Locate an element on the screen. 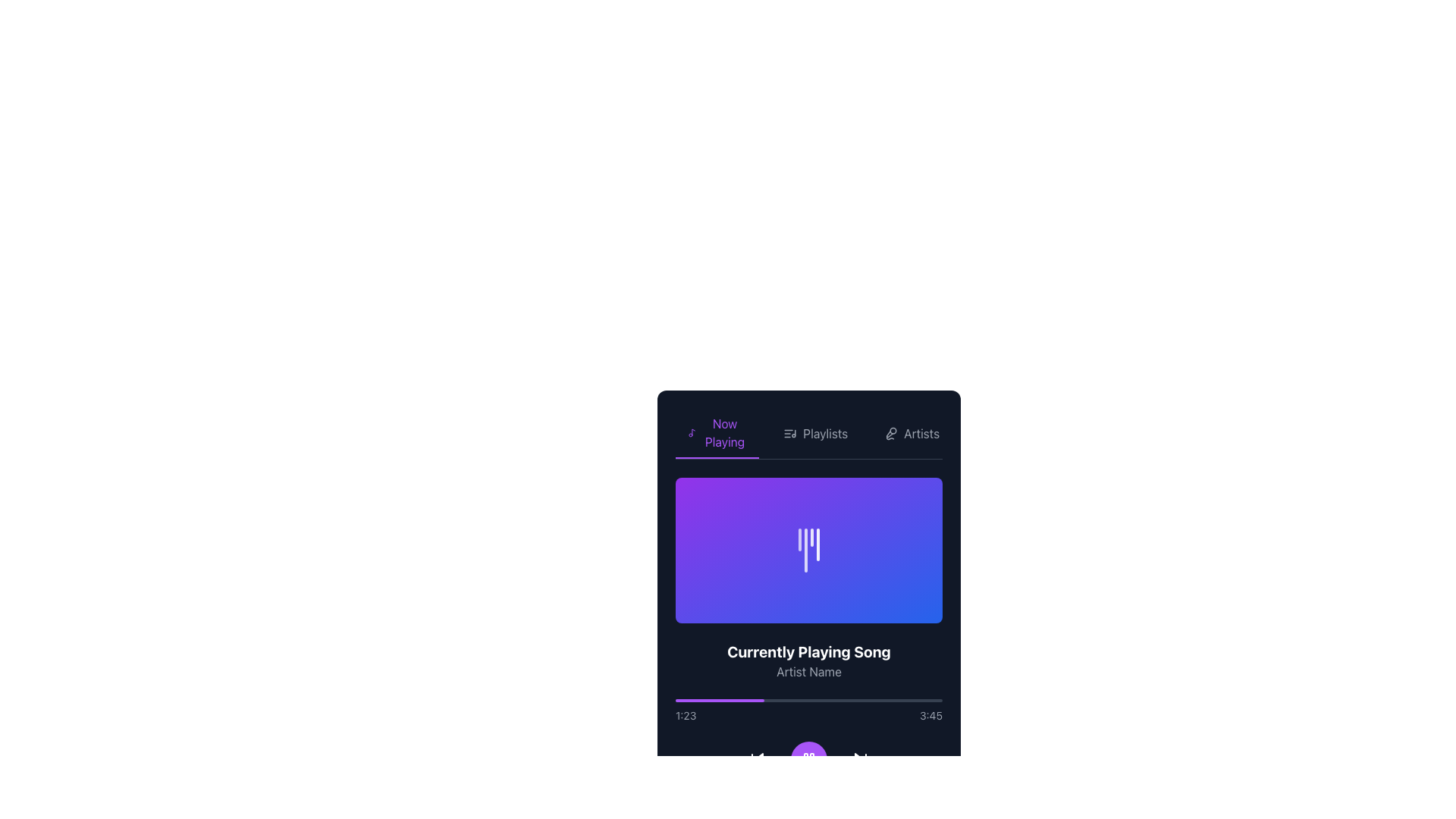  the slider value is located at coordinates (774, 803).